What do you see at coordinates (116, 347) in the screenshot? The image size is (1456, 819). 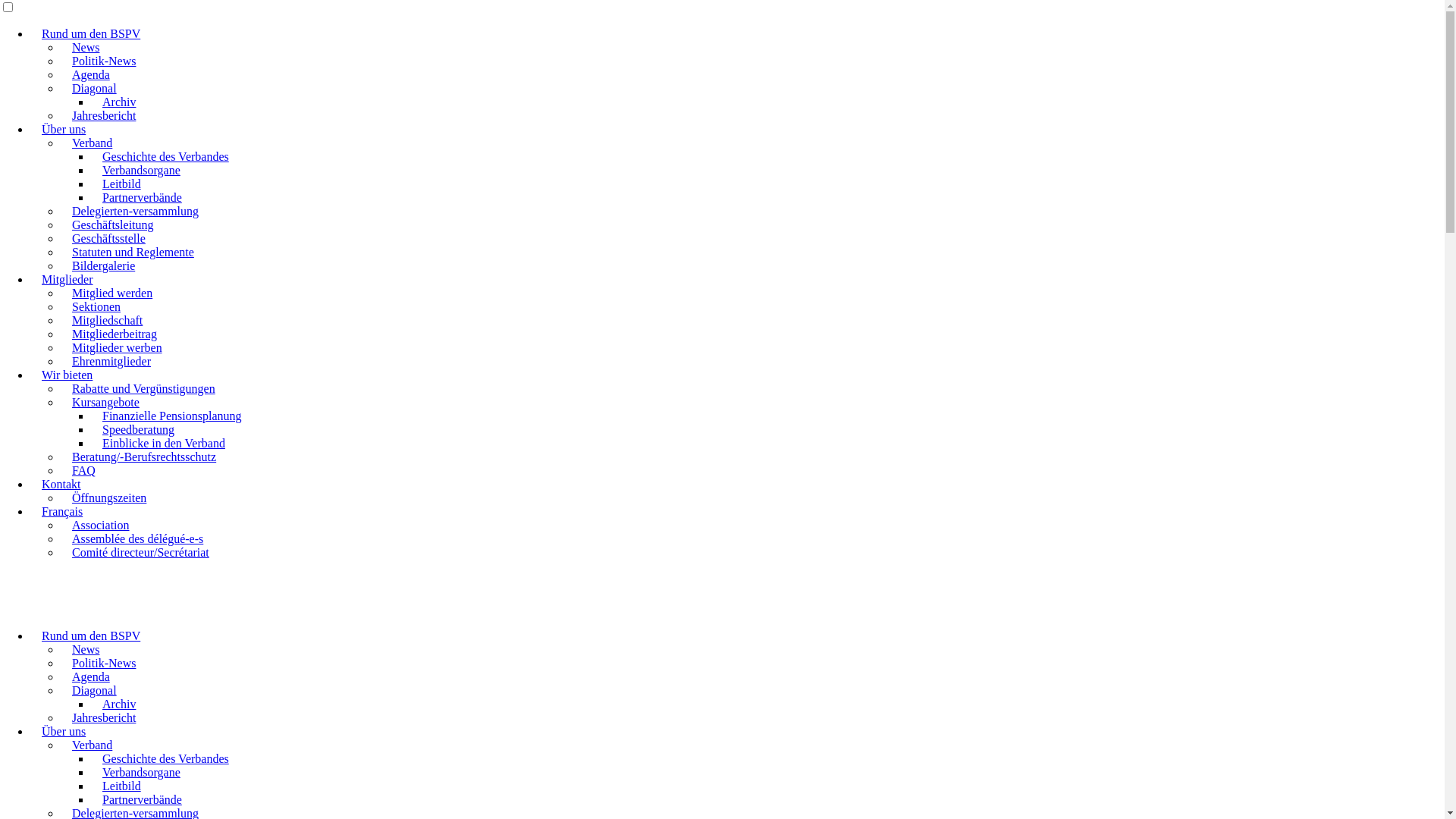 I see `'Mitglieder werben'` at bounding box center [116, 347].